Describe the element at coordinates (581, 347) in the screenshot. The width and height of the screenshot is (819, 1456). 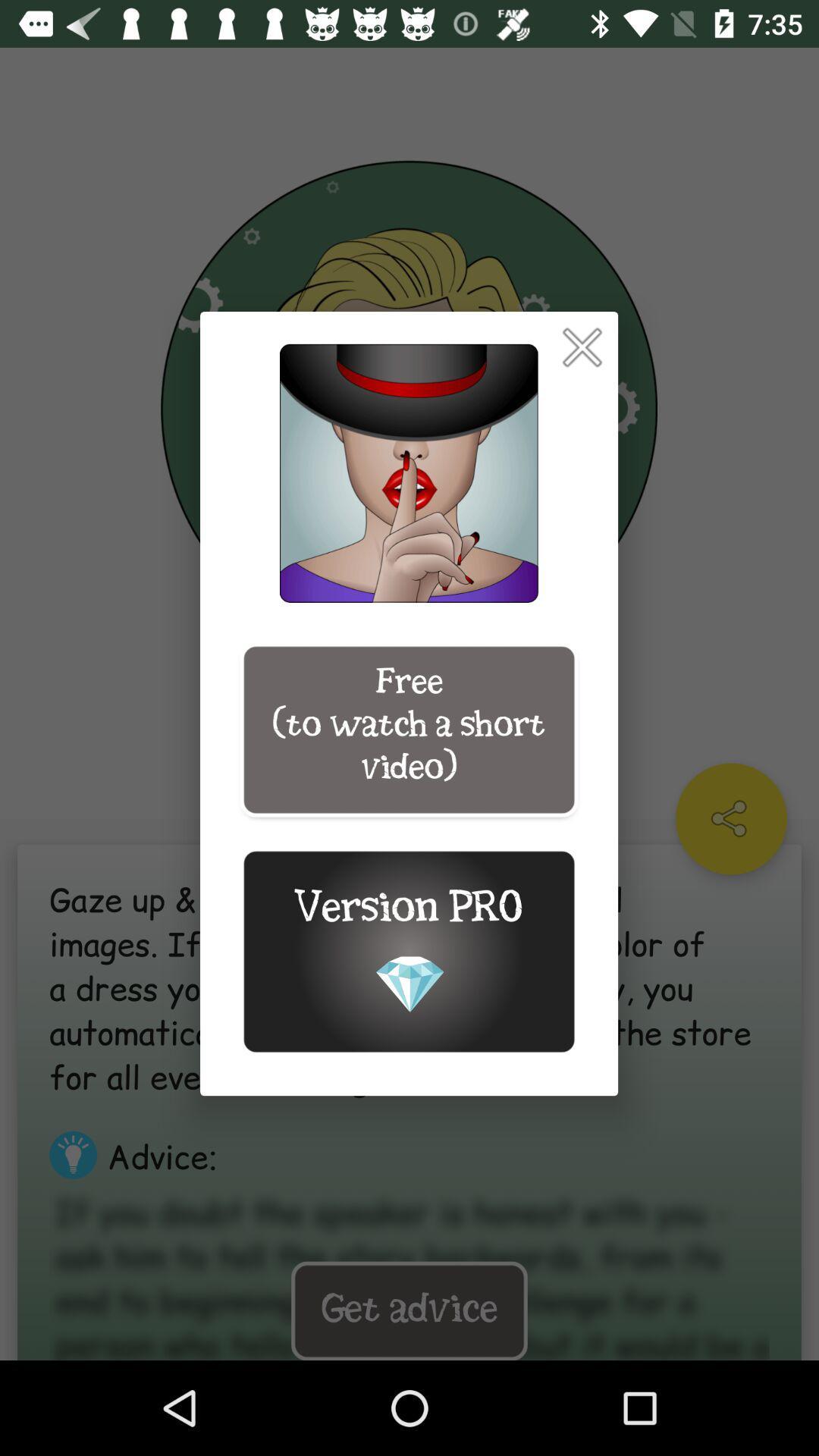
I see `the window` at that location.